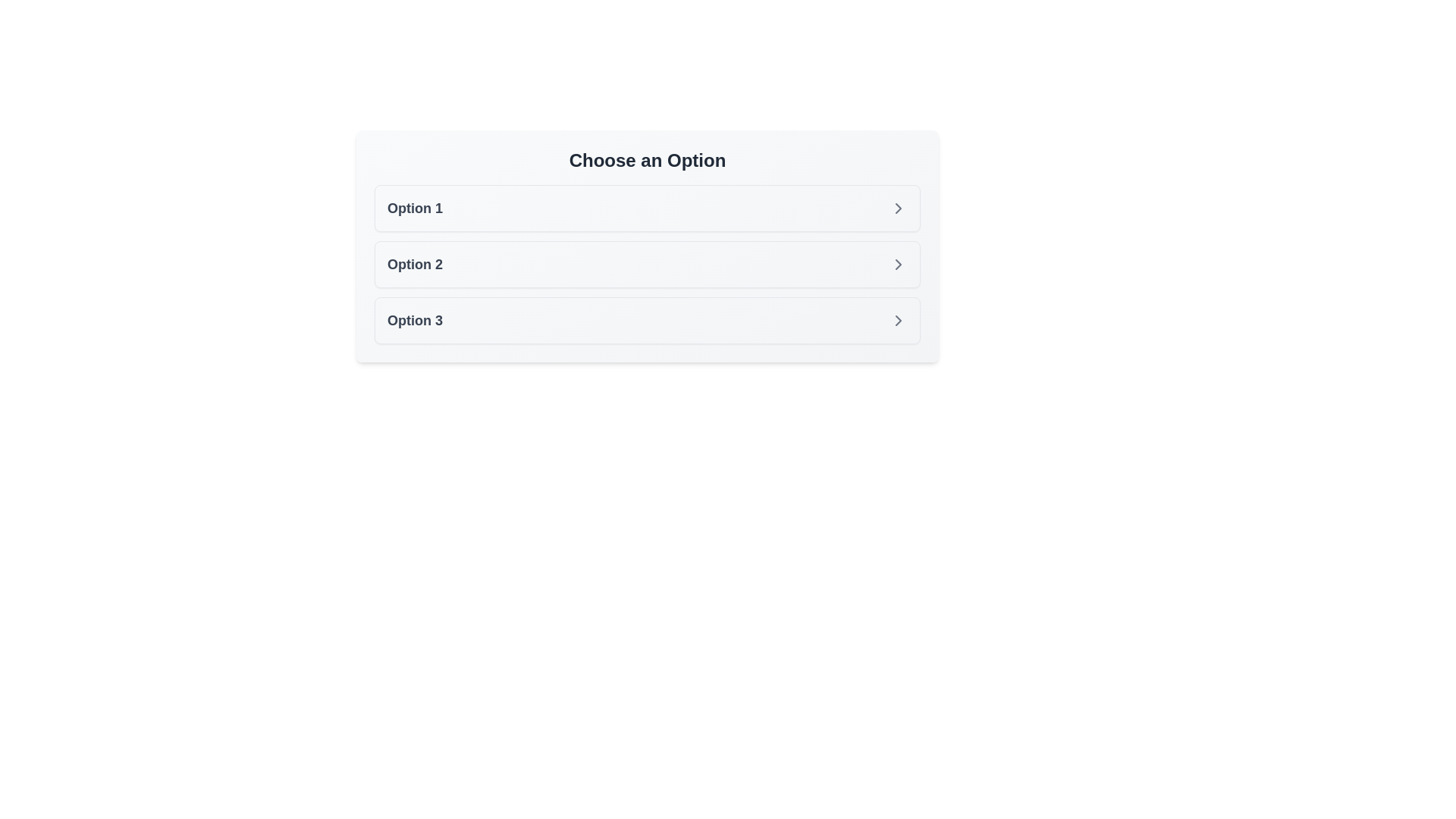  I want to click on the right-pointing chevron icon used for navigation located at the far-right of the first option in the 'Choose an Option' list, so click(899, 208).